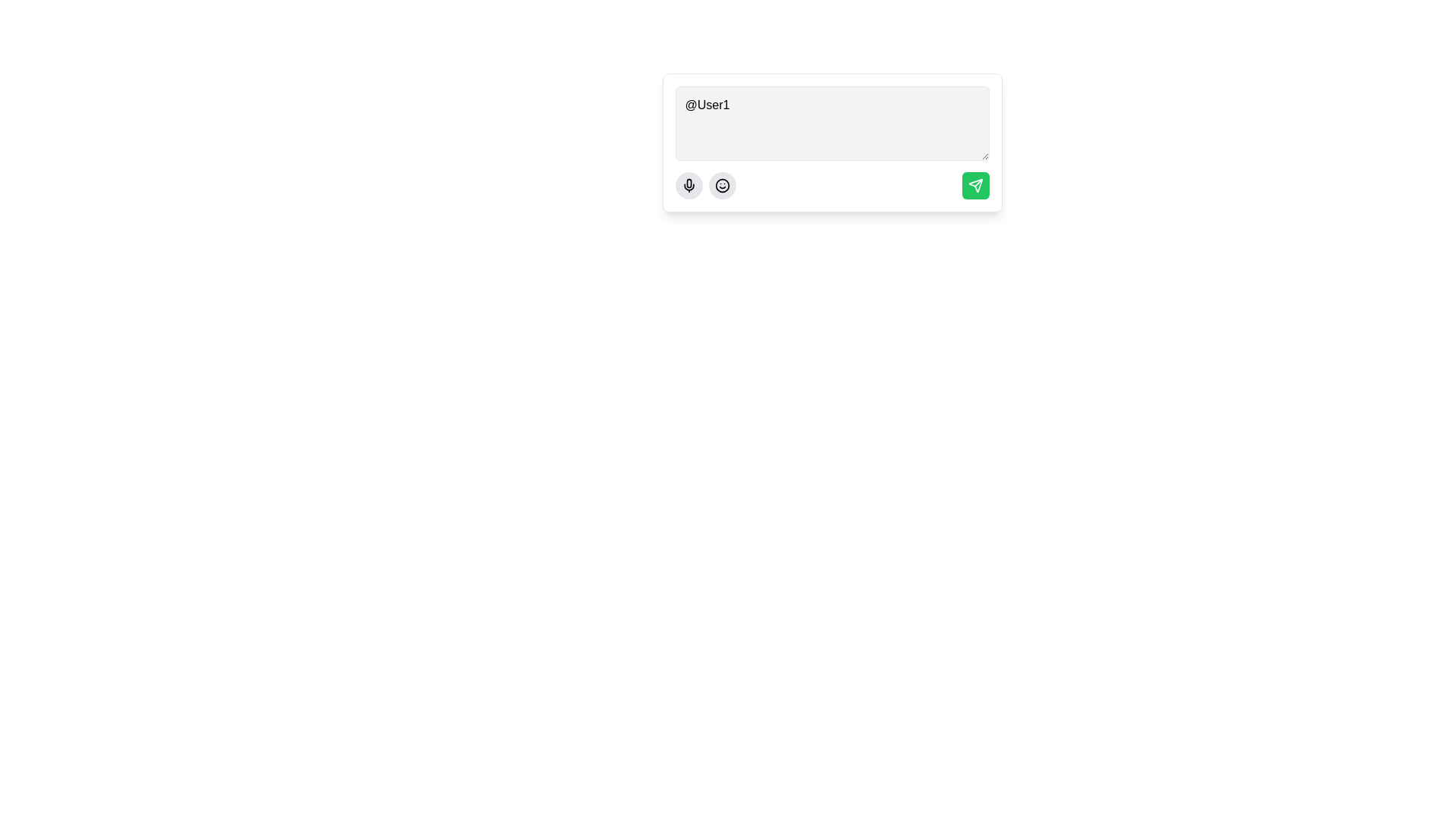  What do you see at coordinates (688, 185) in the screenshot?
I see `the circular icon button for voice input located at the center of the bottom region of the interface` at bounding box center [688, 185].